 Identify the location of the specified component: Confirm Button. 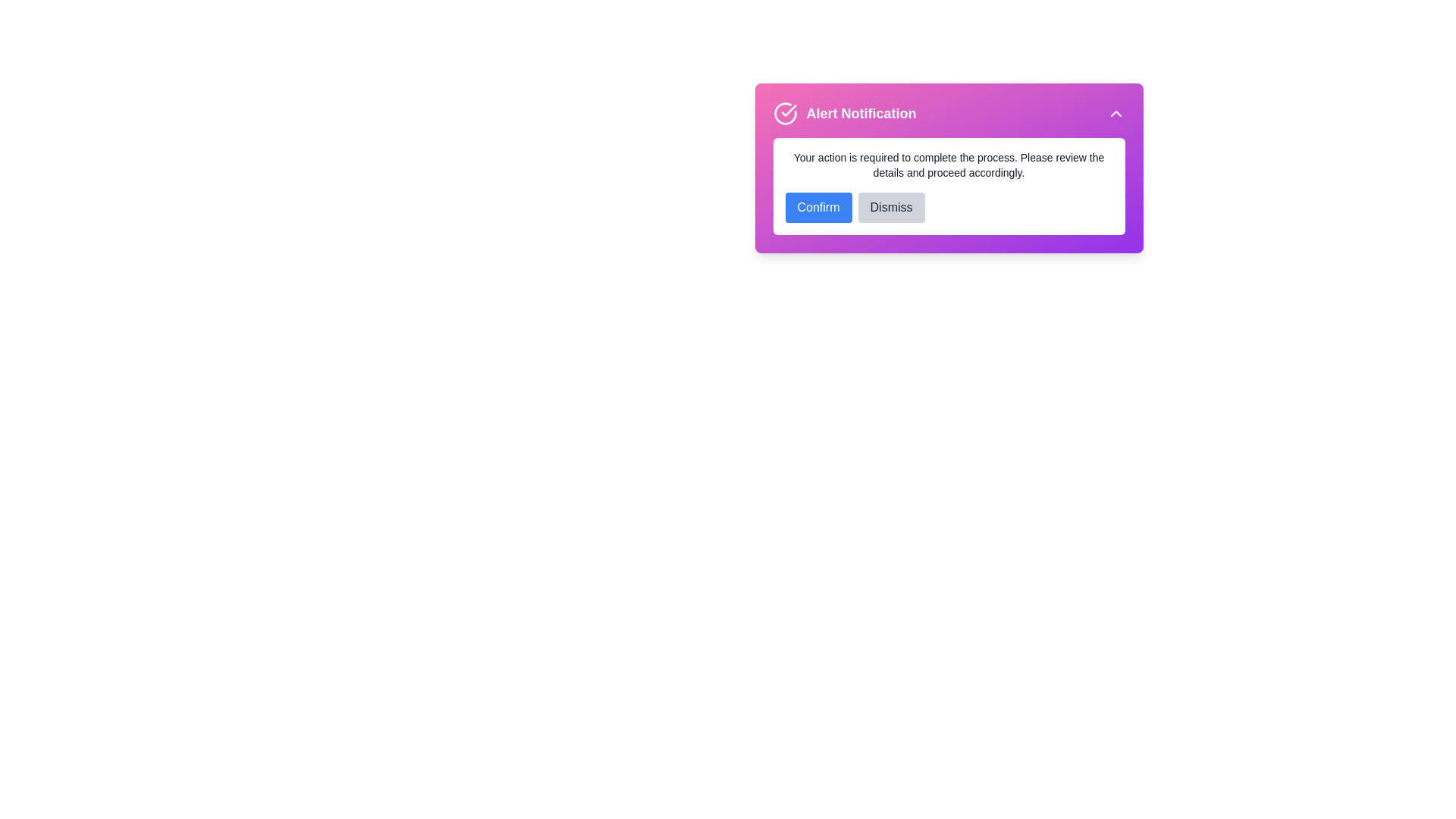
(817, 207).